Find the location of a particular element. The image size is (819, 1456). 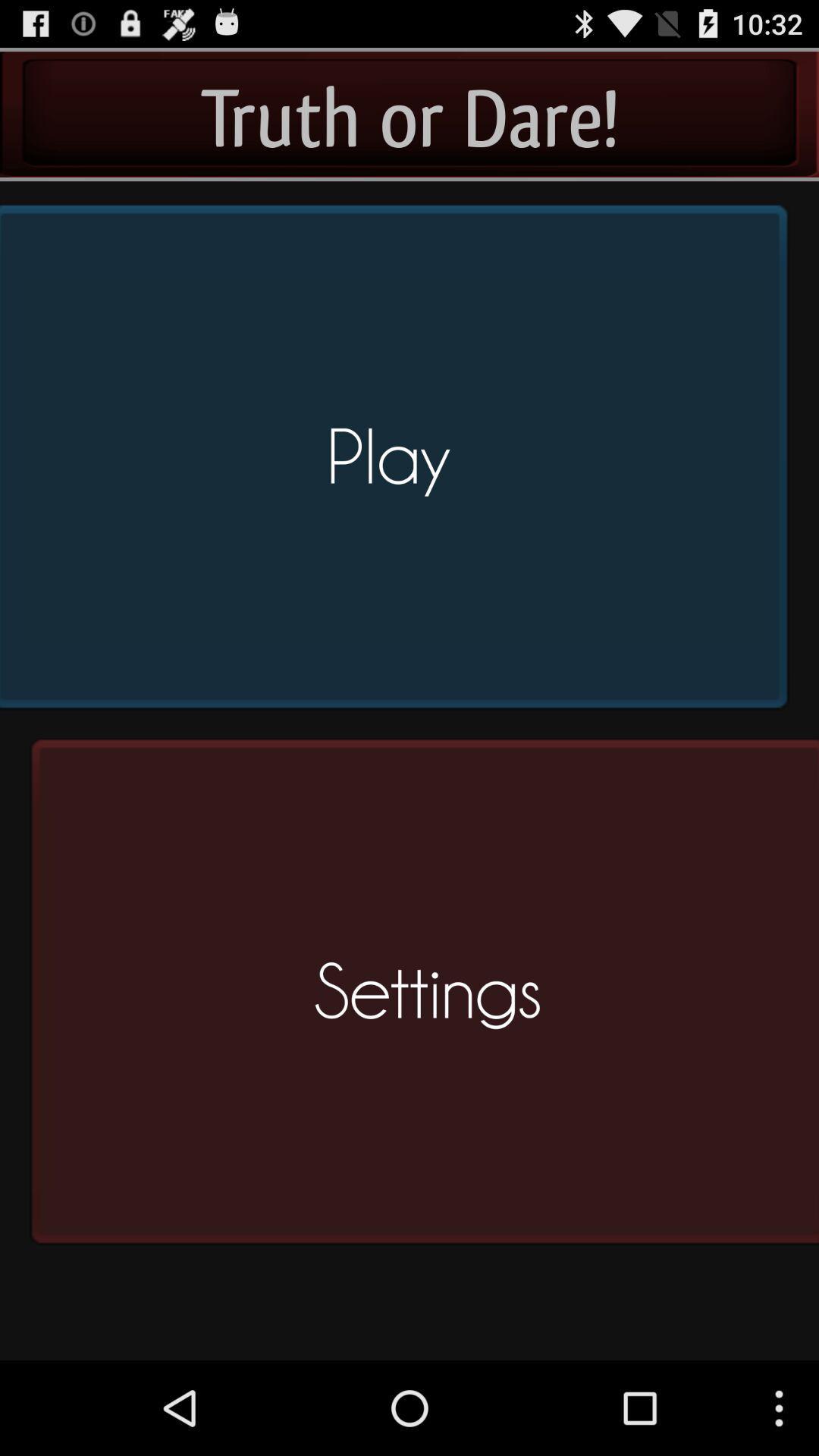

the item below play button is located at coordinates (419, 998).